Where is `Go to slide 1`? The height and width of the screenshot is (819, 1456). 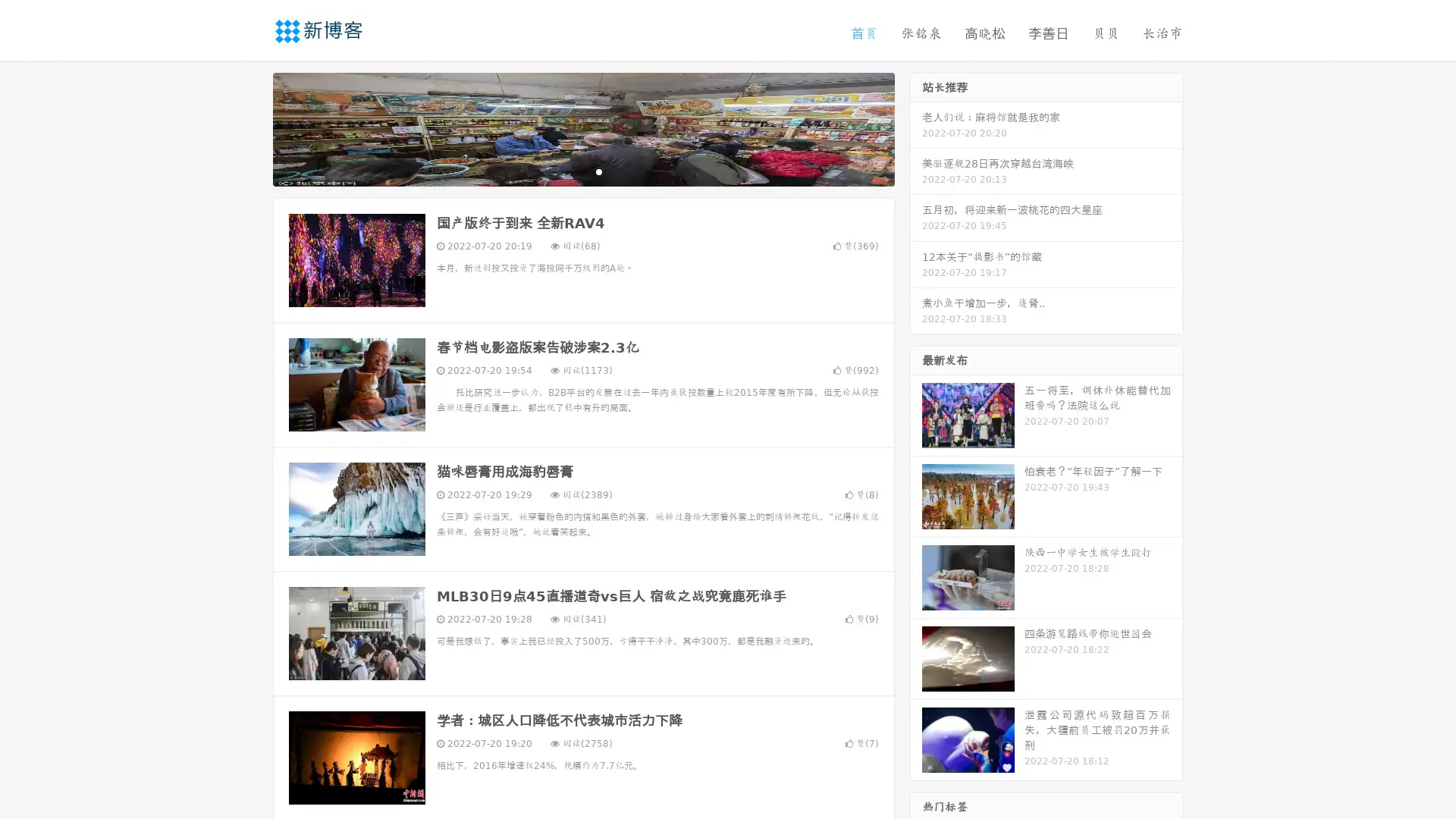 Go to slide 1 is located at coordinates (567, 171).